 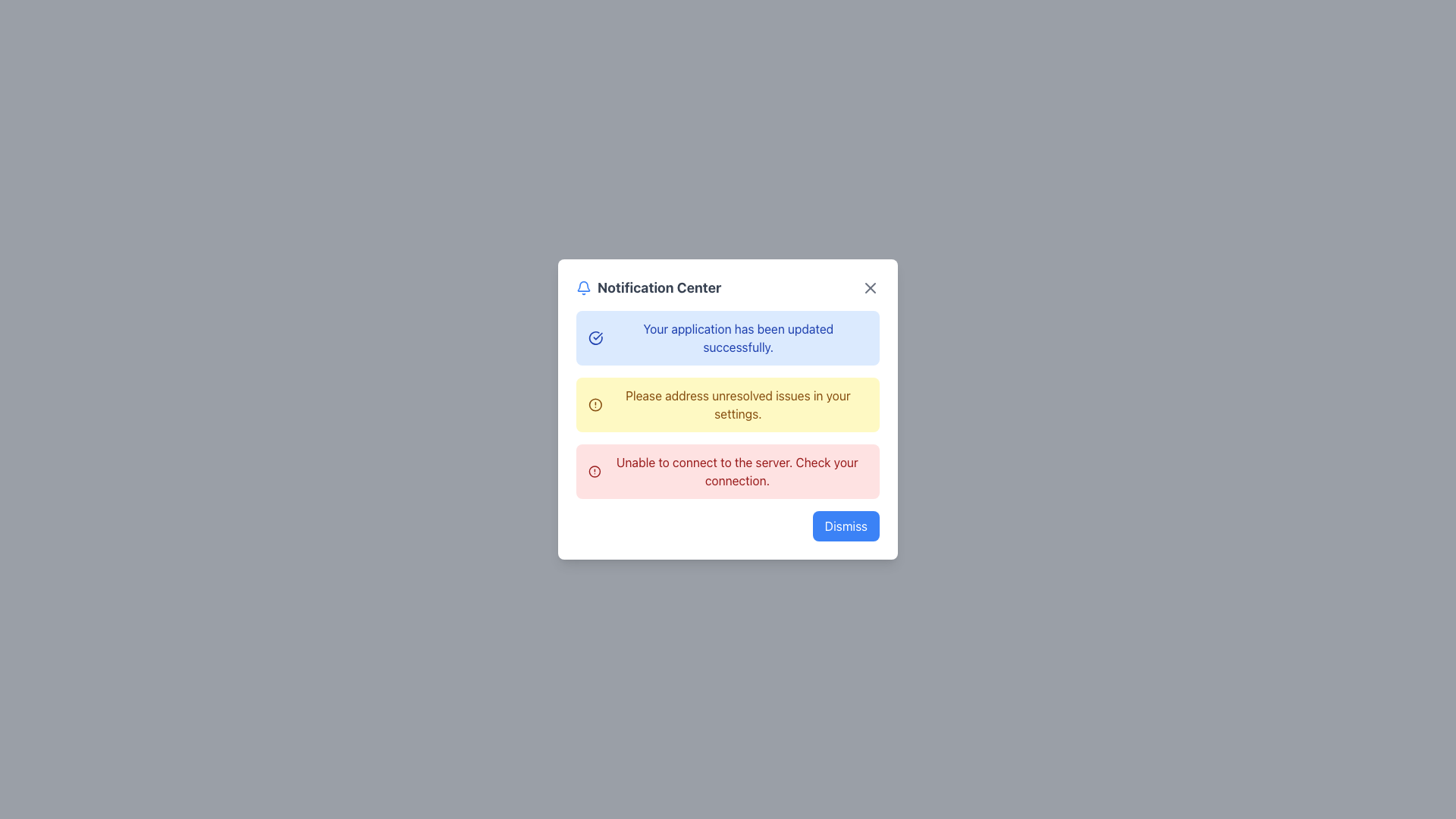 What do you see at coordinates (594, 470) in the screenshot?
I see `the alert icon in the third notification entry with a red background, indicating 'Unable to connect to the server. Check your connection.'` at bounding box center [594, 470].